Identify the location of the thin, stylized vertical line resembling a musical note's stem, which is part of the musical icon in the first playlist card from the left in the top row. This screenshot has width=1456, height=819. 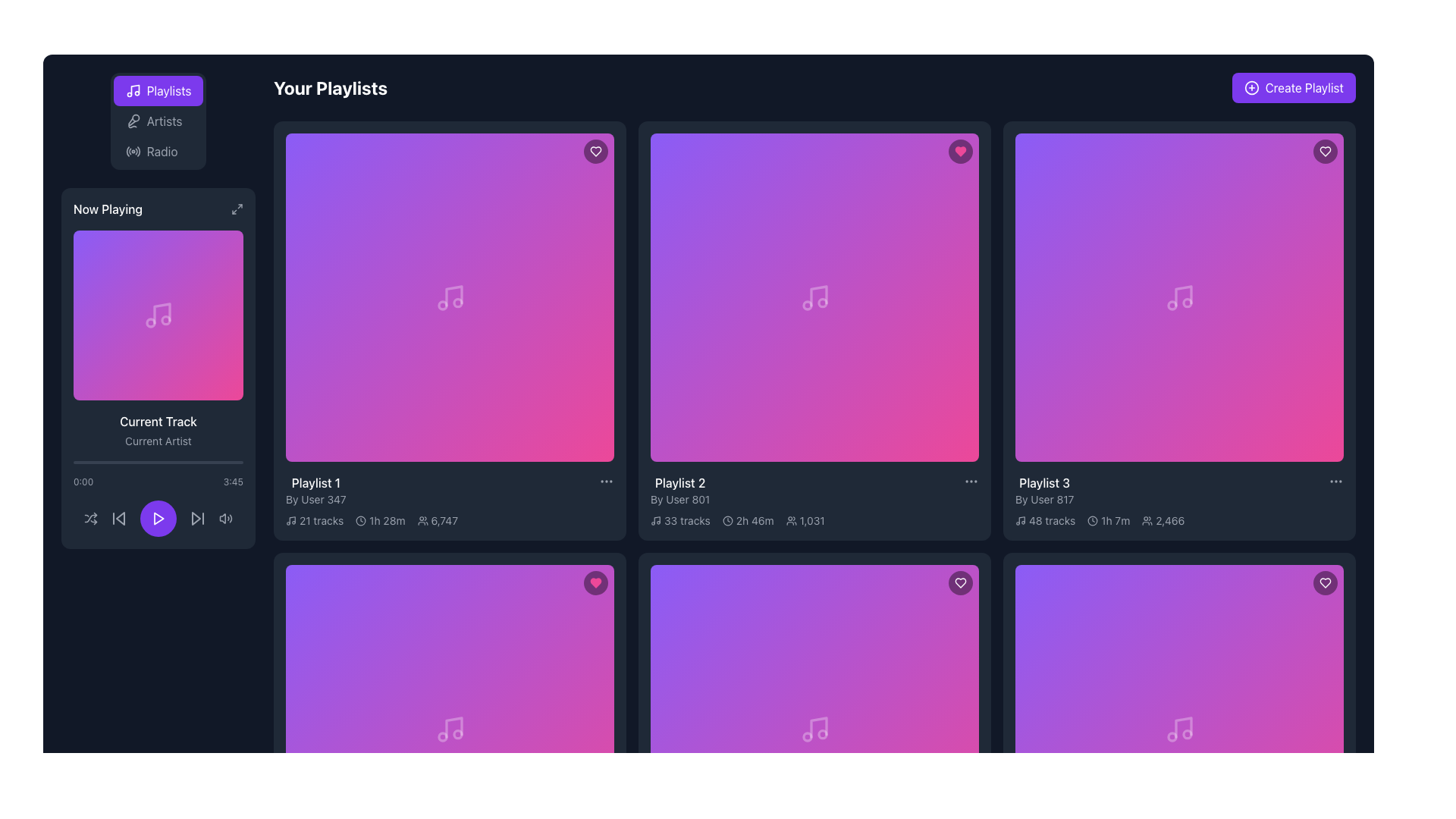
(292, 519).